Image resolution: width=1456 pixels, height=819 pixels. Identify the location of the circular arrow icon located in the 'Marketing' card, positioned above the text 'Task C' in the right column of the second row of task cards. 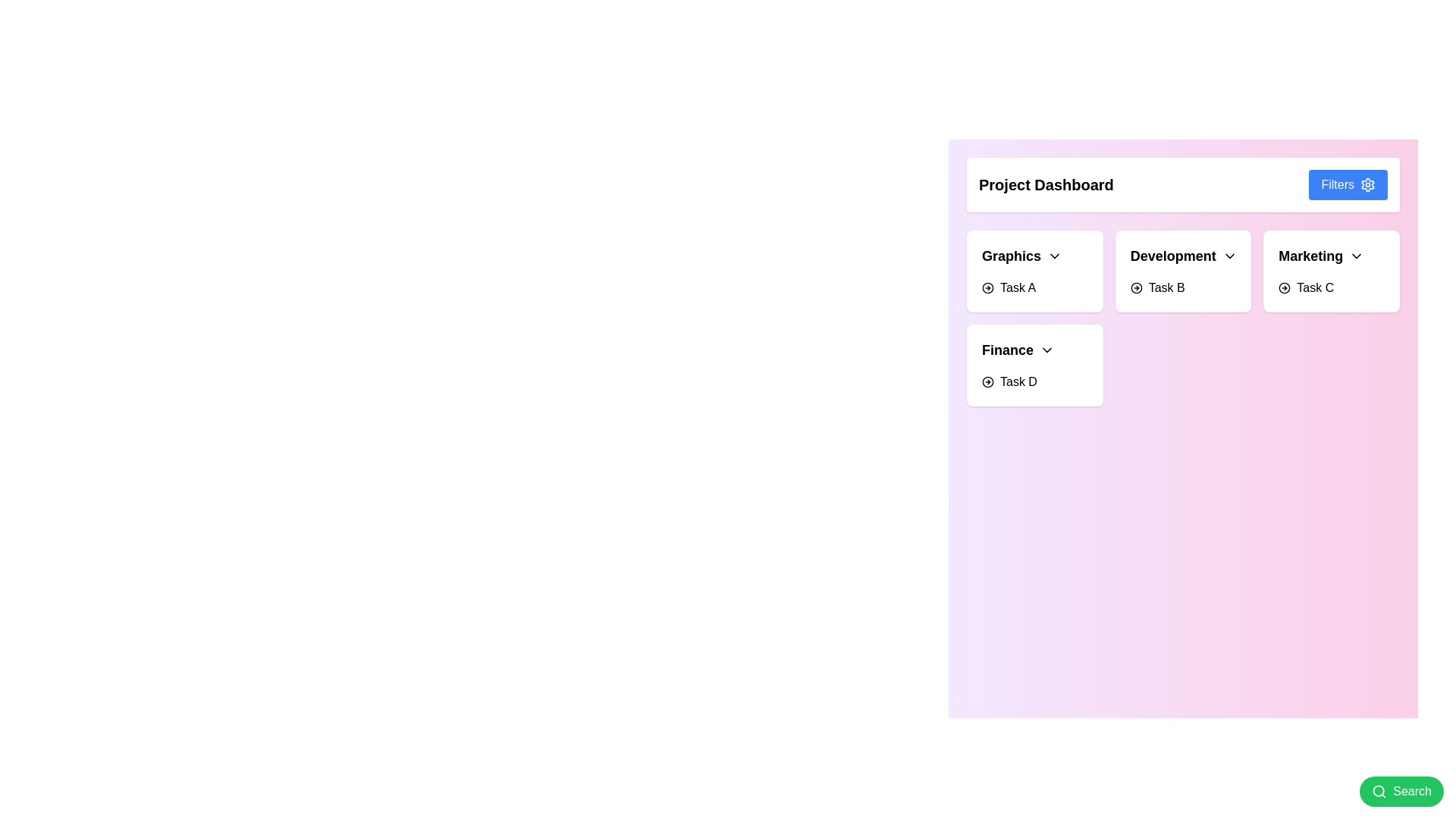
(1284, 288).